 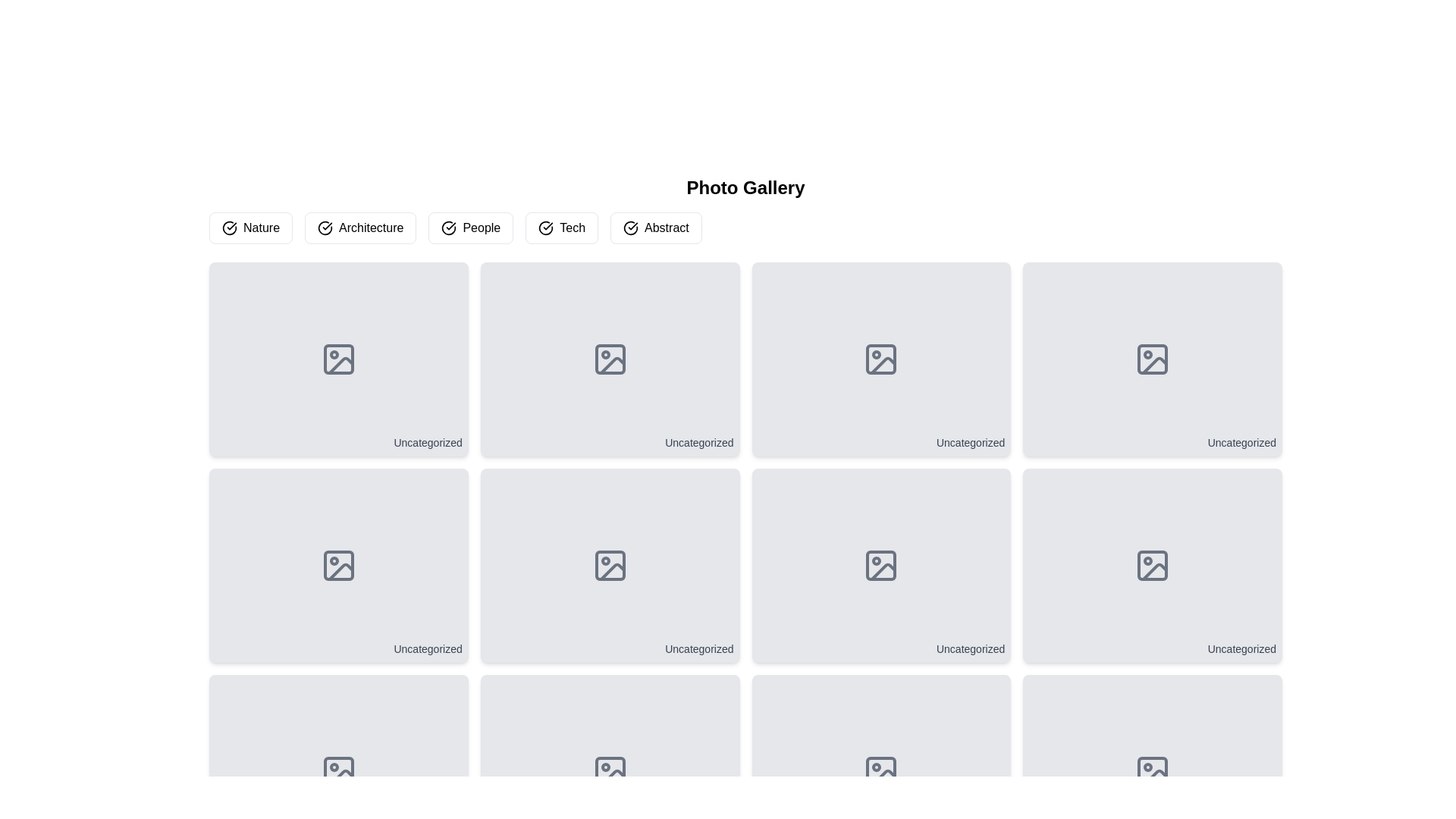 What do you see at coordinates (448, 227) in the screenshot?
I see `the SVG icon indicating the active state of the 'People' filter button, which is the first visual component in the button arrangement` at bounding box center [448, 227].